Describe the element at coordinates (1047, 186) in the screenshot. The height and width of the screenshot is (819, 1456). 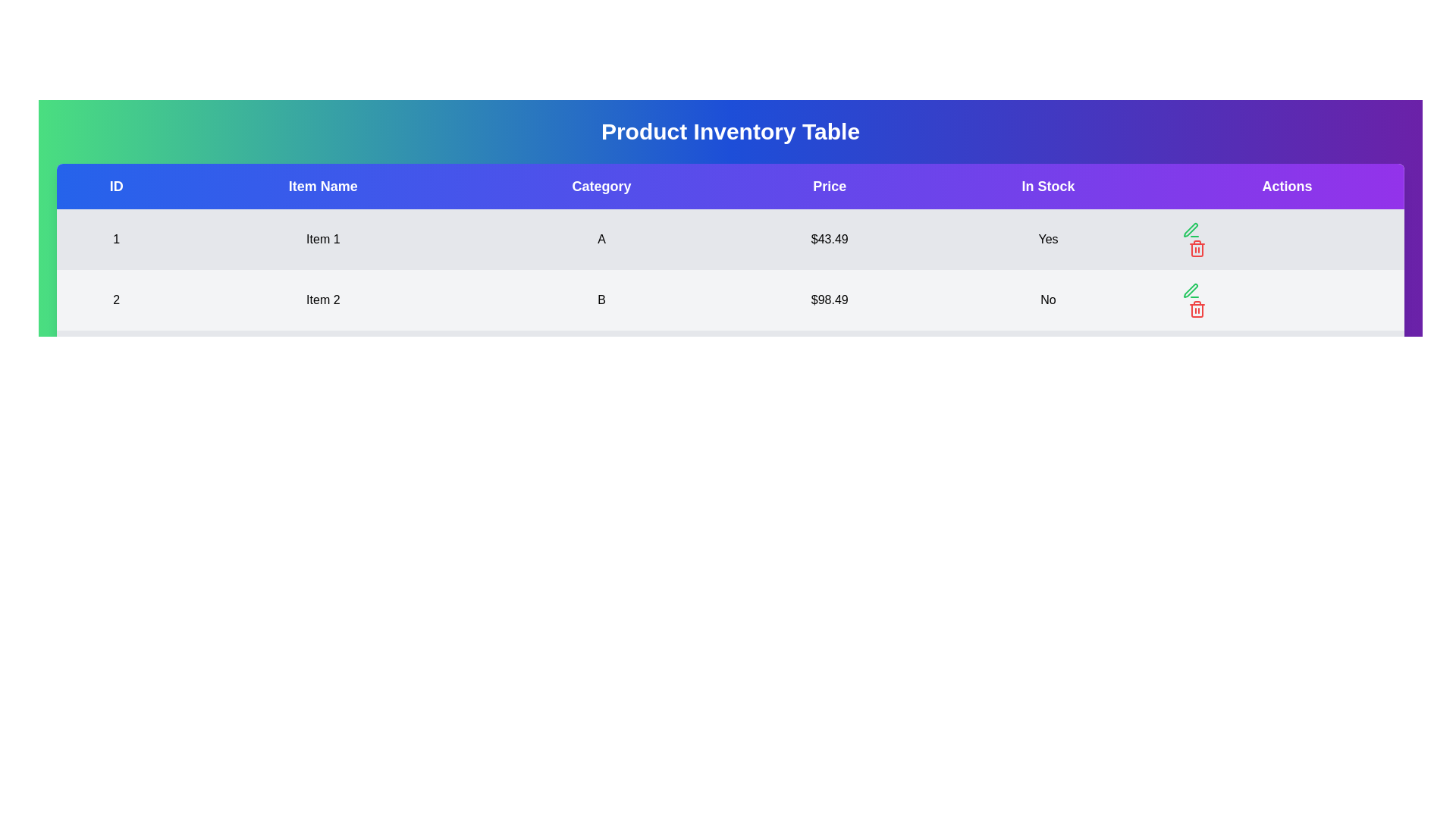
I see `the header labeled In Stock to sort or filter the table by that column` at that location.